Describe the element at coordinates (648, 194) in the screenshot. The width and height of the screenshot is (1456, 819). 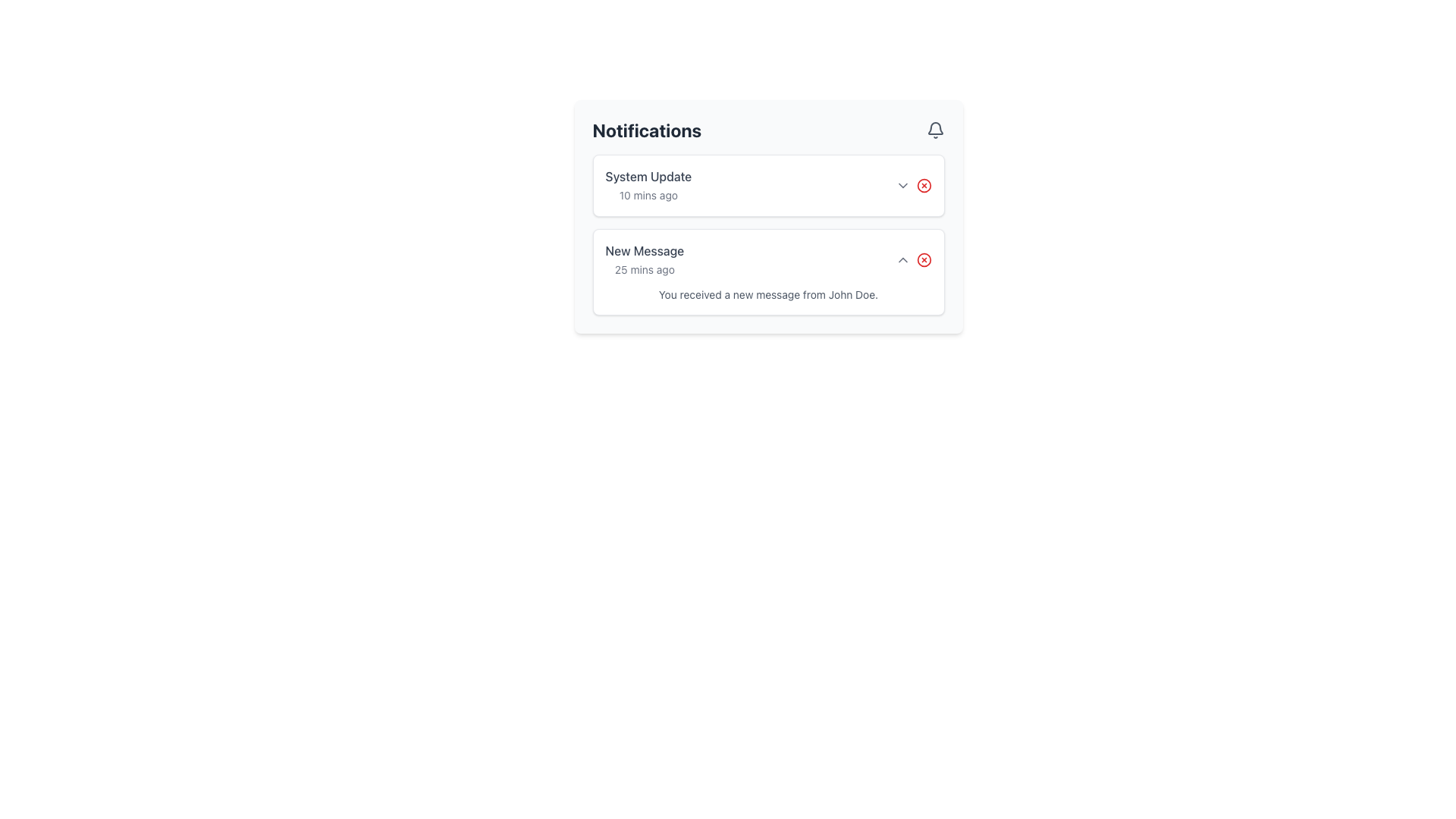
I see `the informational text label indicating the time elapsed since the 'System Update' event, which is located directly below the 'System Update' title in the Notifications module` at that location.